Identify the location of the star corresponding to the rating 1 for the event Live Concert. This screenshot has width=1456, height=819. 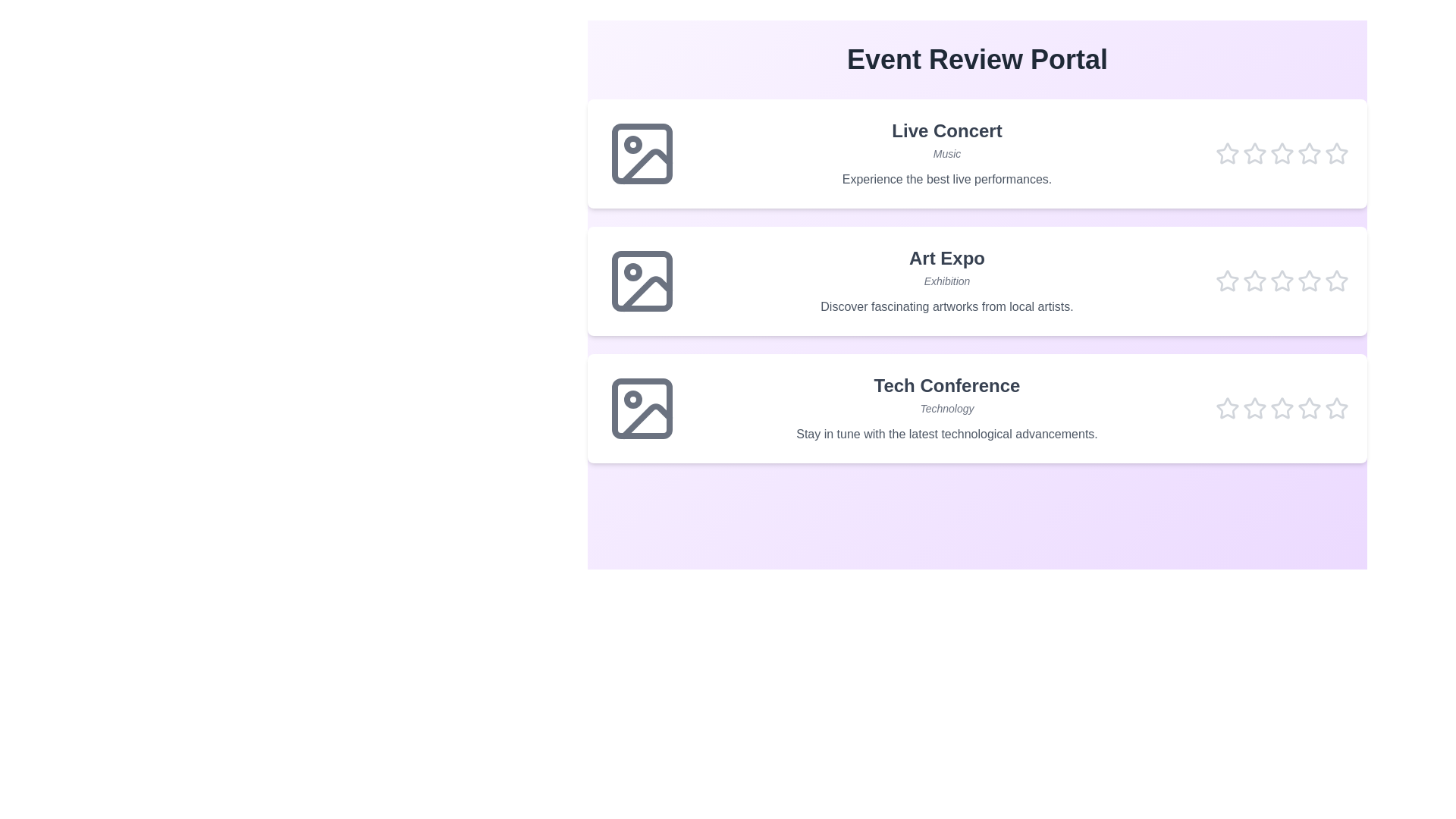
(1227, 154).